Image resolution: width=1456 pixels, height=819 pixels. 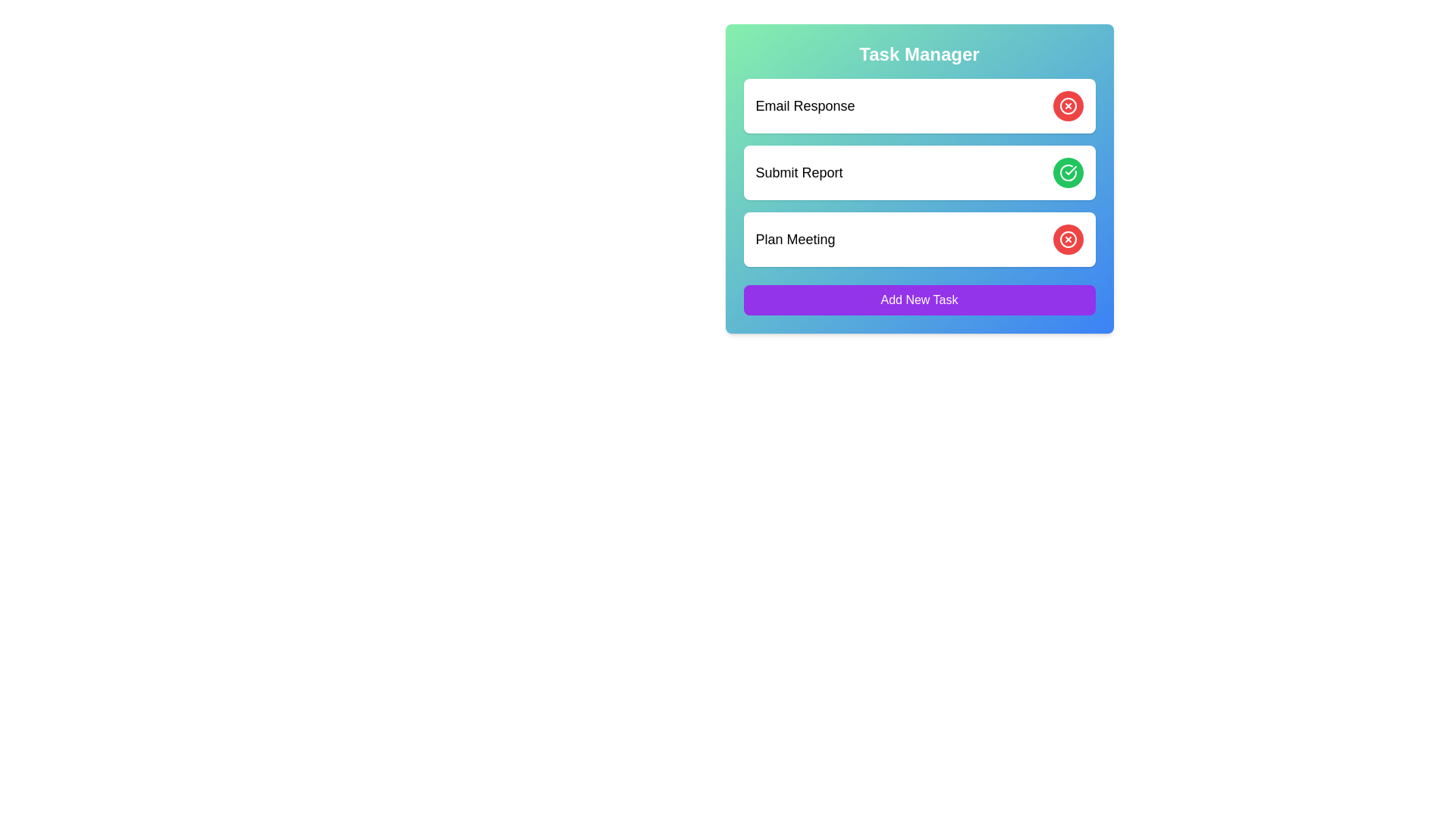 What do you see at coordinates (918, 300) in the screenshot?
I see `the 'Add New Task' button to add a new task` at bounding box center [918, 300].